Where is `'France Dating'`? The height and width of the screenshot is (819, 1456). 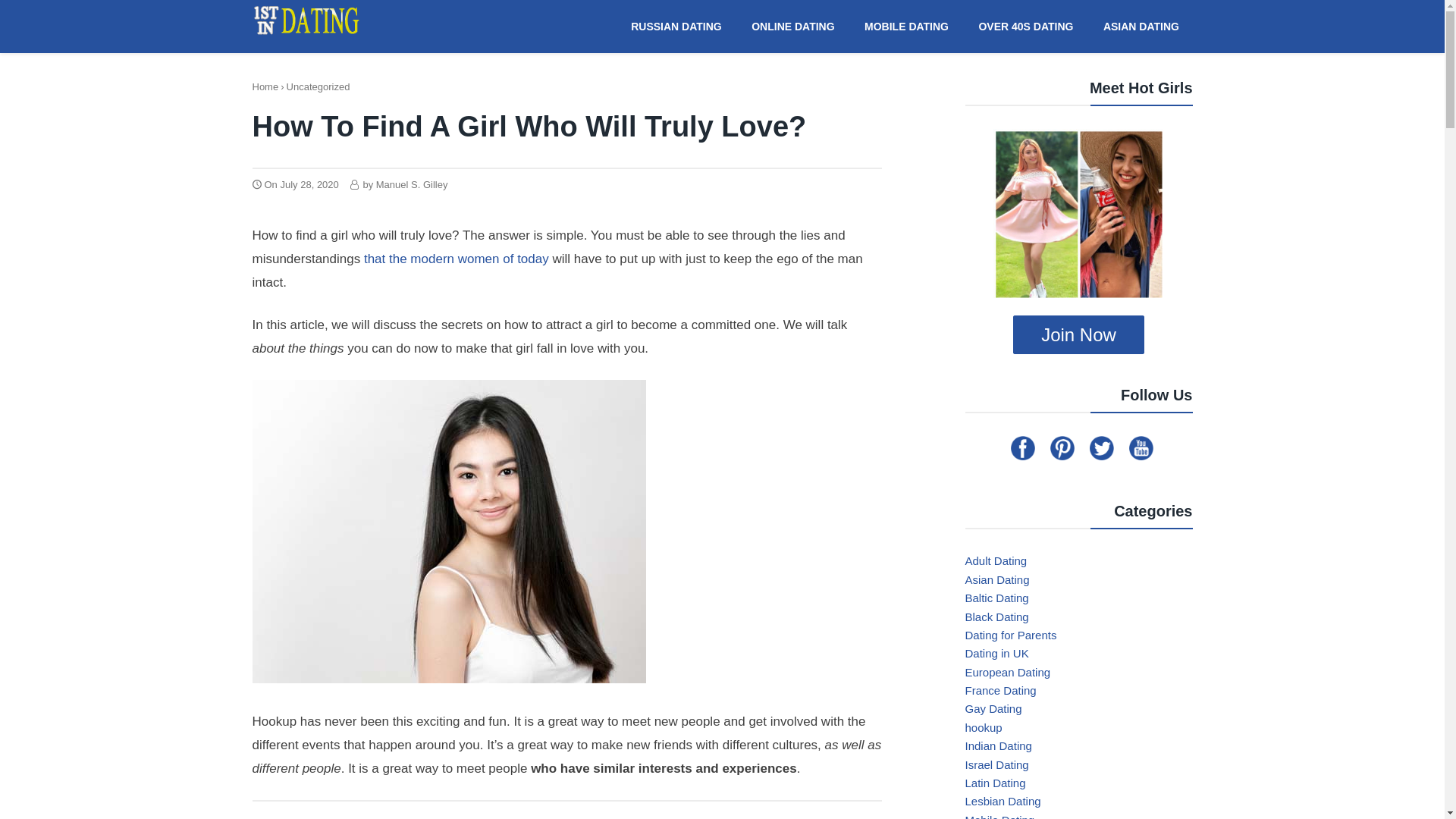
'France Dating' is located at coordinates (1000, 690).